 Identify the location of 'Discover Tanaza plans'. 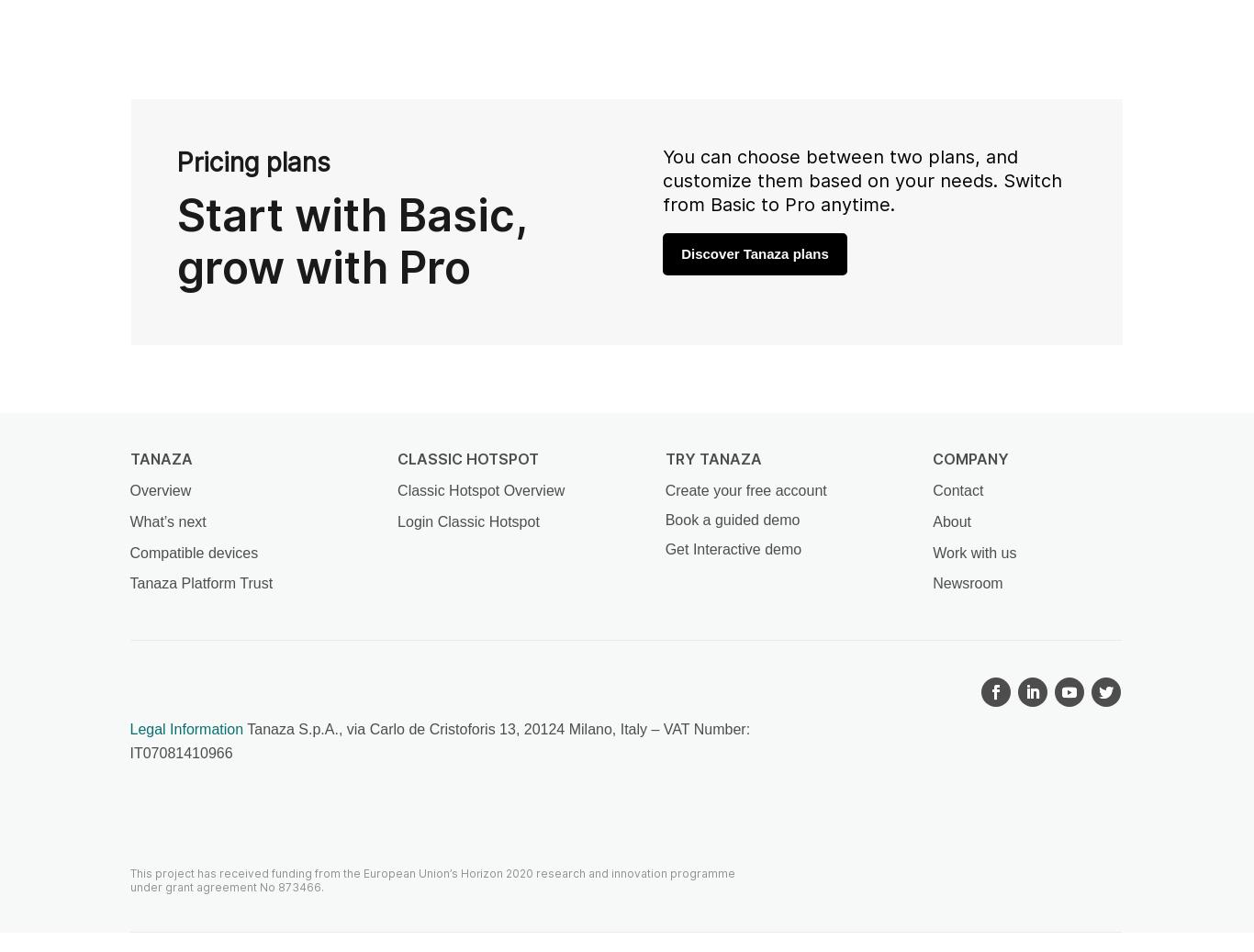
(754, 252).